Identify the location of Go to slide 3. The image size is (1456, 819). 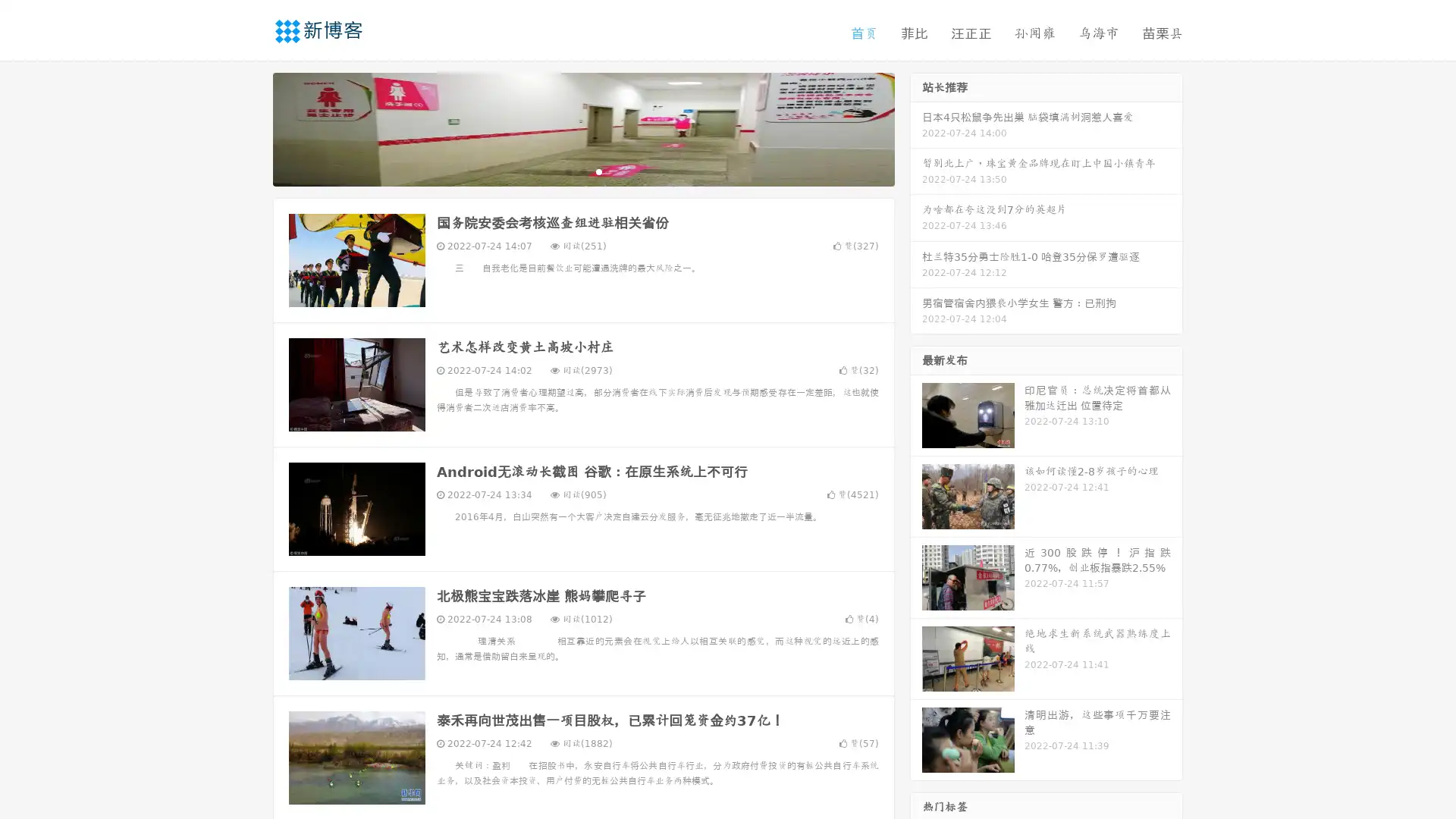
(598, 171).